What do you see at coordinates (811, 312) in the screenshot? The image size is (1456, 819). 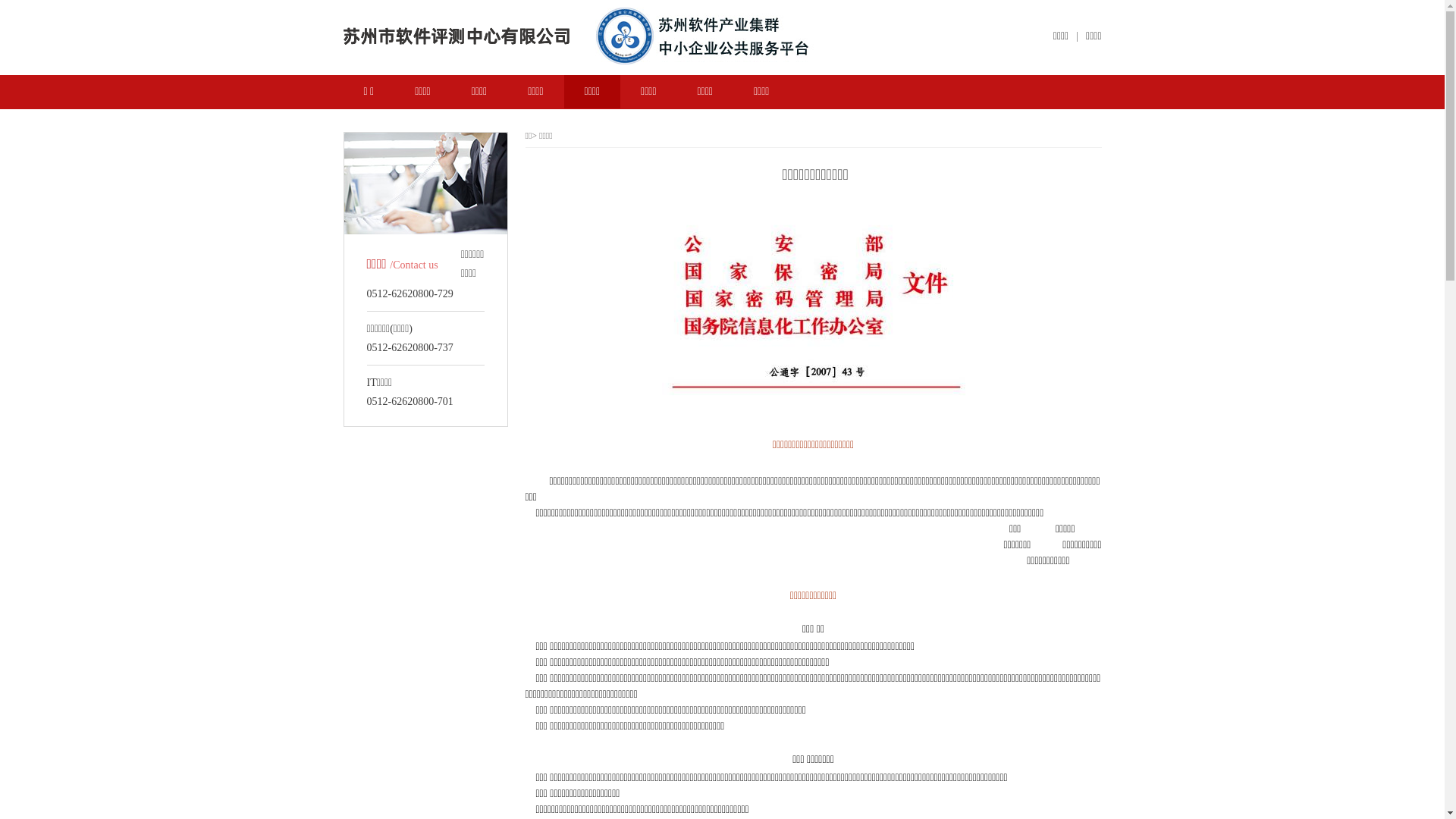 I see `'20130319170540152.jpg'` at bounding box center [811, 312].